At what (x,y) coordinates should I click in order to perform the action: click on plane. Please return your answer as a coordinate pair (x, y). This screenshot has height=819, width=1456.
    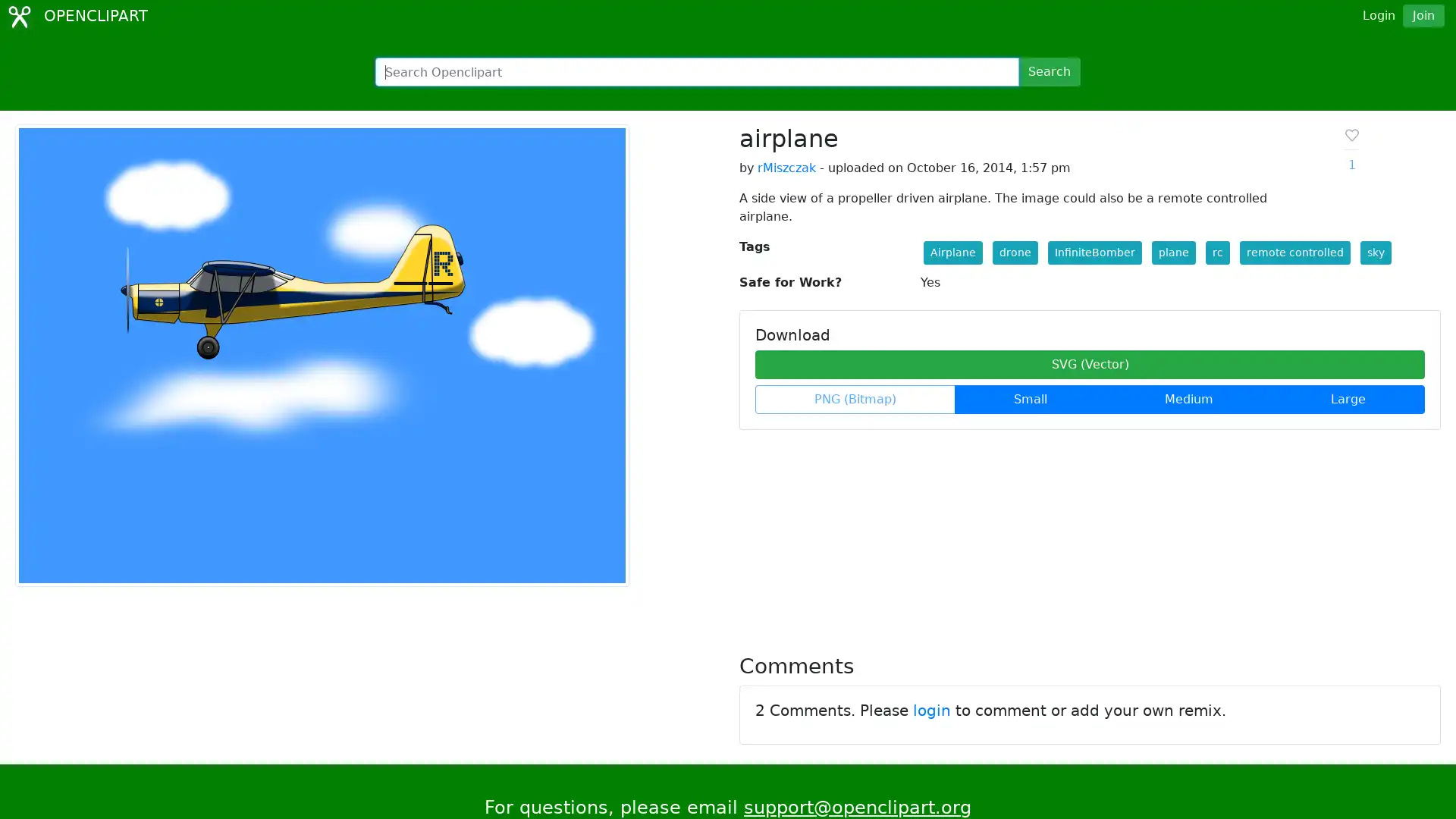
    Looking at the image, I should click on (1172, 252).